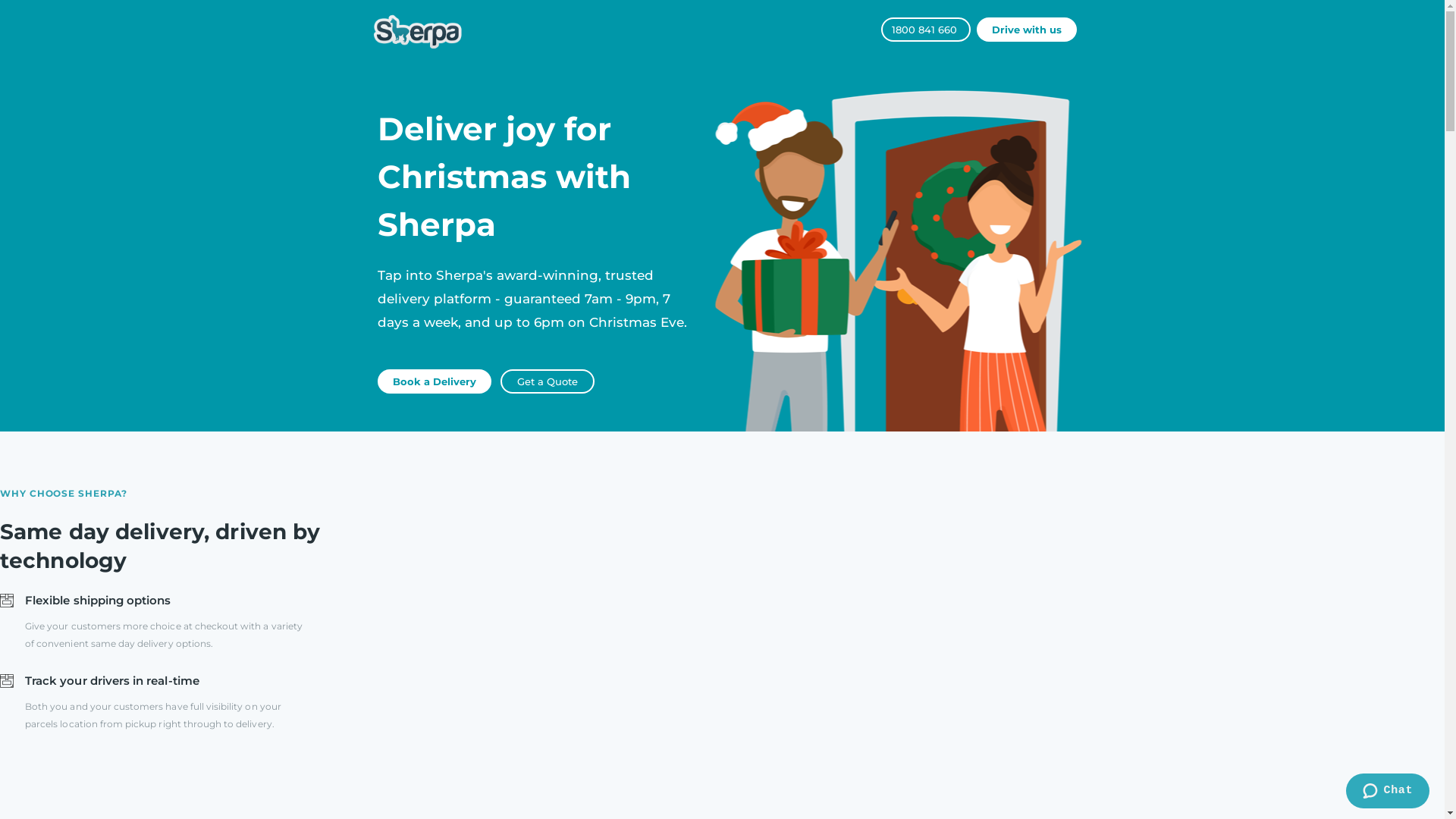  What do you see at coordinates (924, 29) in the screenshot?
I see `'1800 841 660'` at bounding box center [924, 29].